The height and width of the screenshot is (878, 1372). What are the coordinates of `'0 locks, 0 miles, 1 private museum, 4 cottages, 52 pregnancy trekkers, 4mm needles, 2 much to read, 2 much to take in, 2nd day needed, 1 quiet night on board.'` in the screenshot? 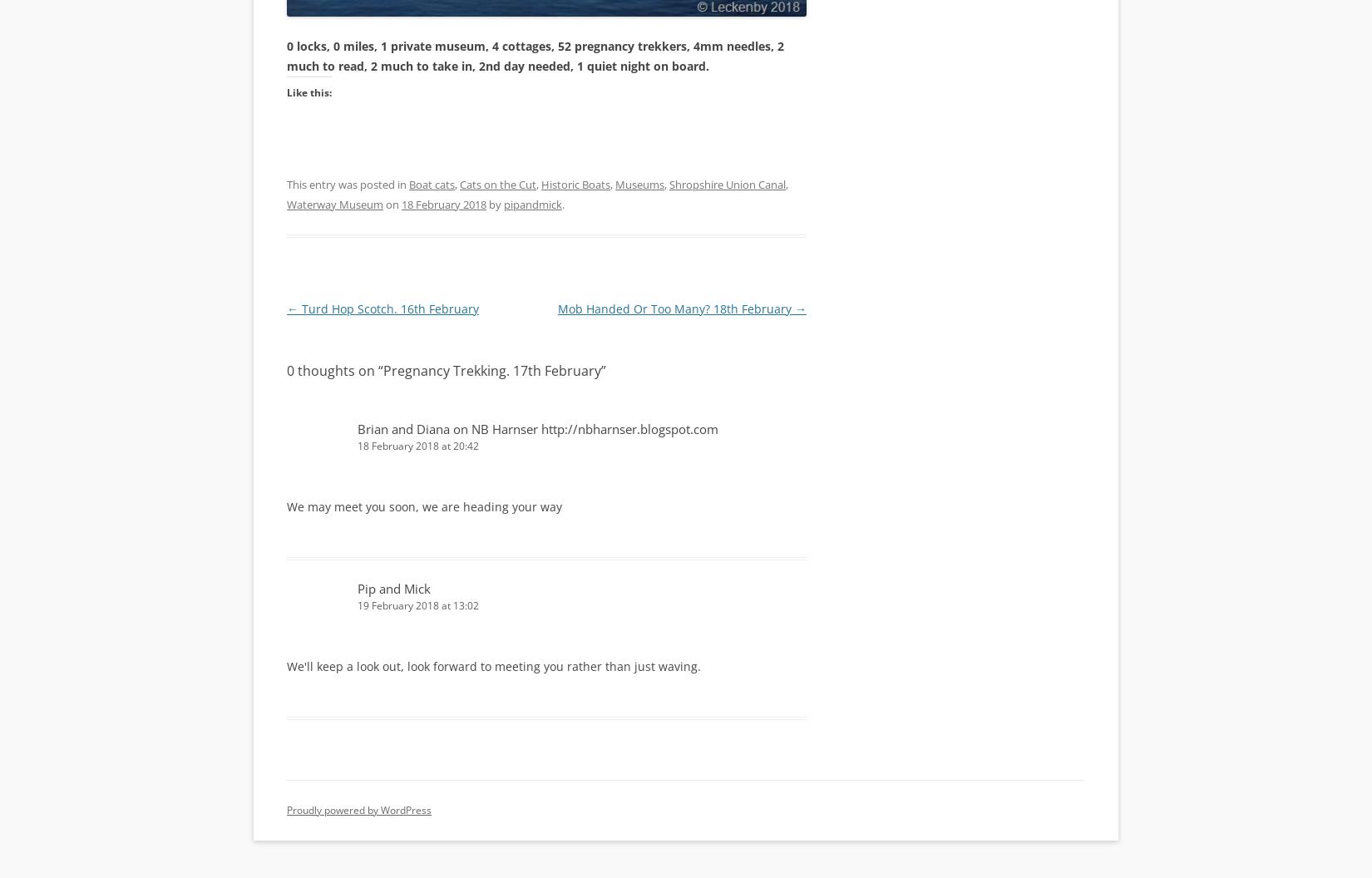 It's located at (534, 55).